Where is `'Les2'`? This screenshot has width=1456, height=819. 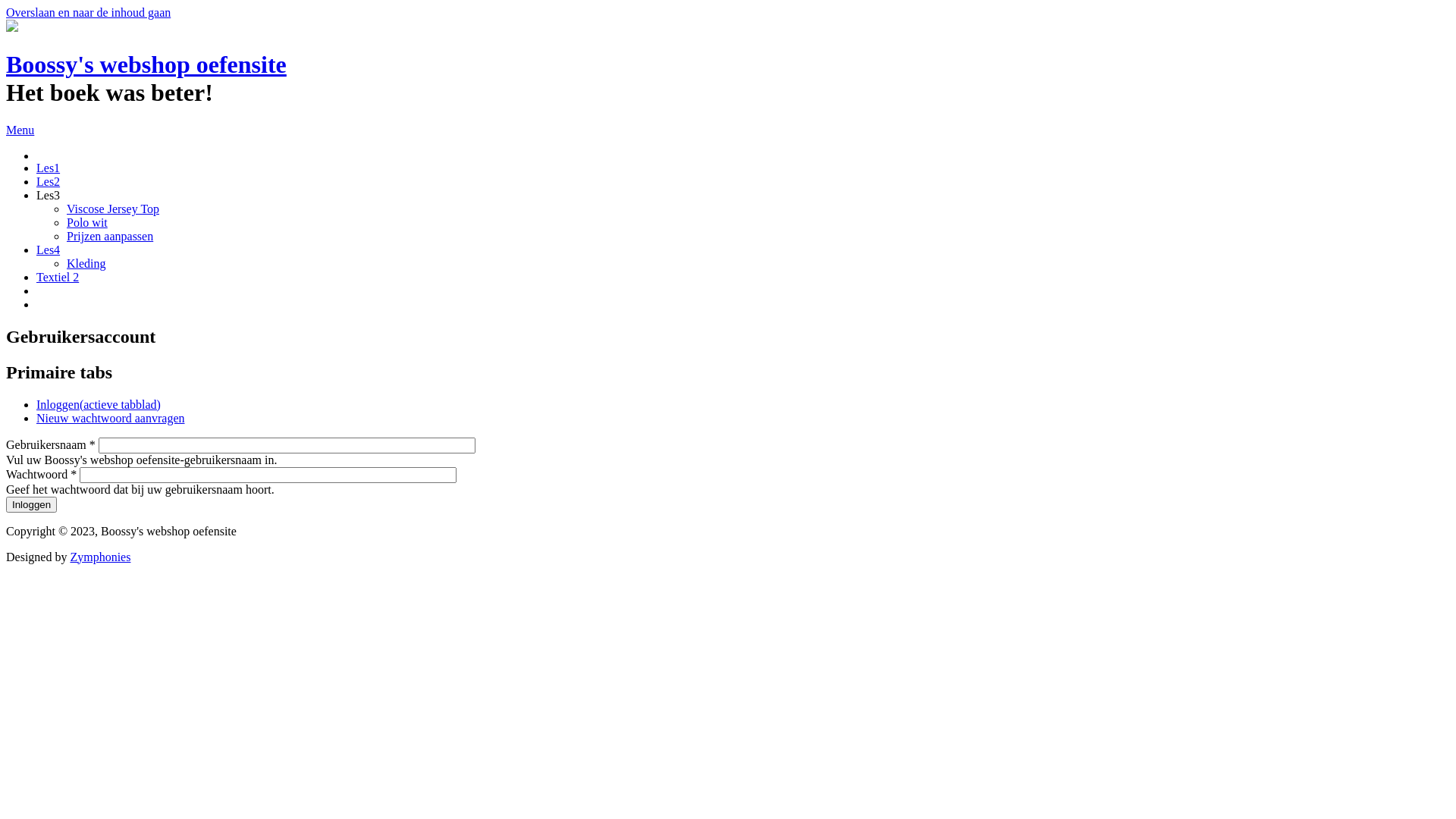
'Les2' is located at coordinates (48, 180).